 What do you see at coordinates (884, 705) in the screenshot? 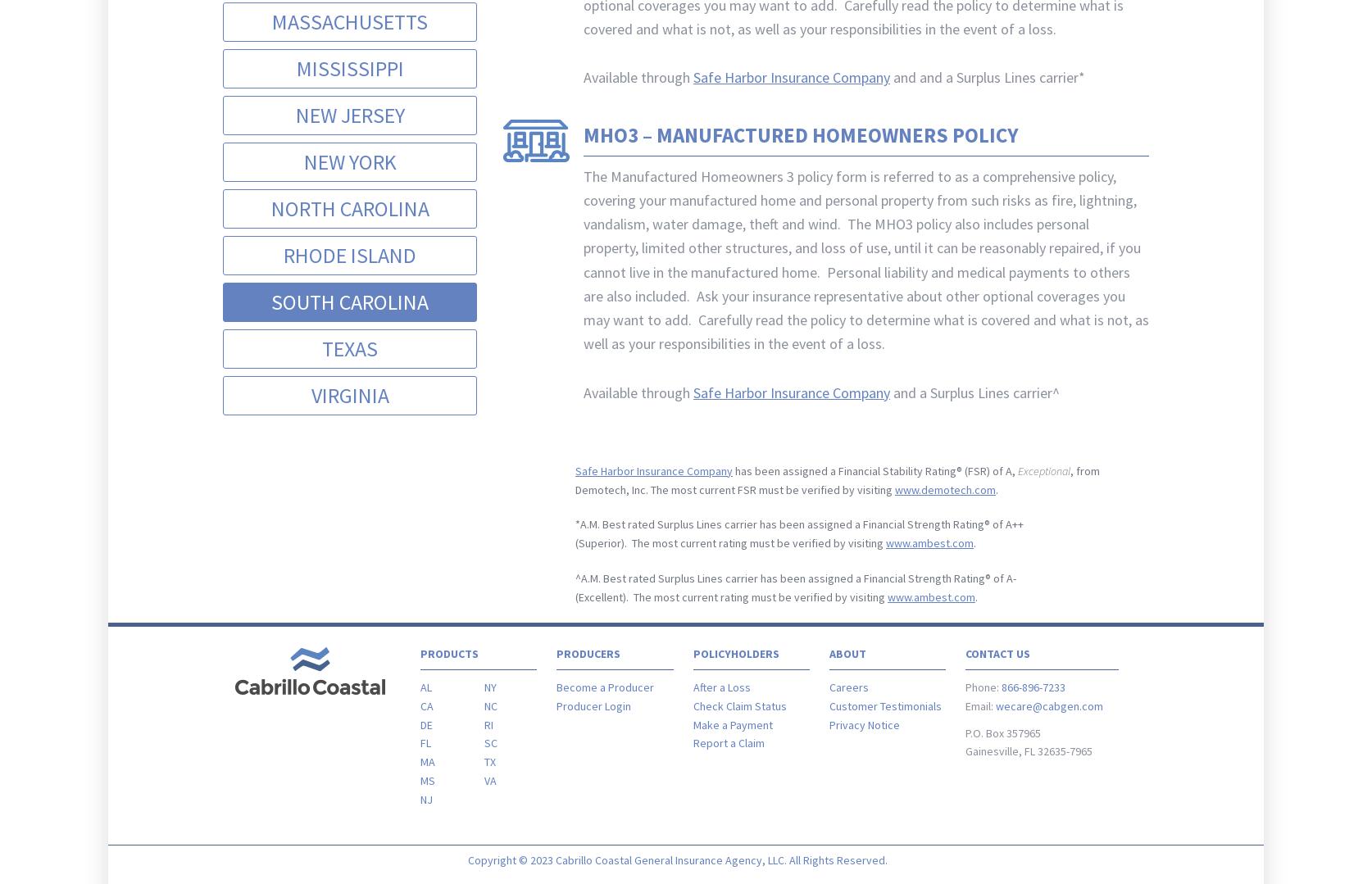
I see `'Customer Testimonials'` at bounding box center [884, 705].